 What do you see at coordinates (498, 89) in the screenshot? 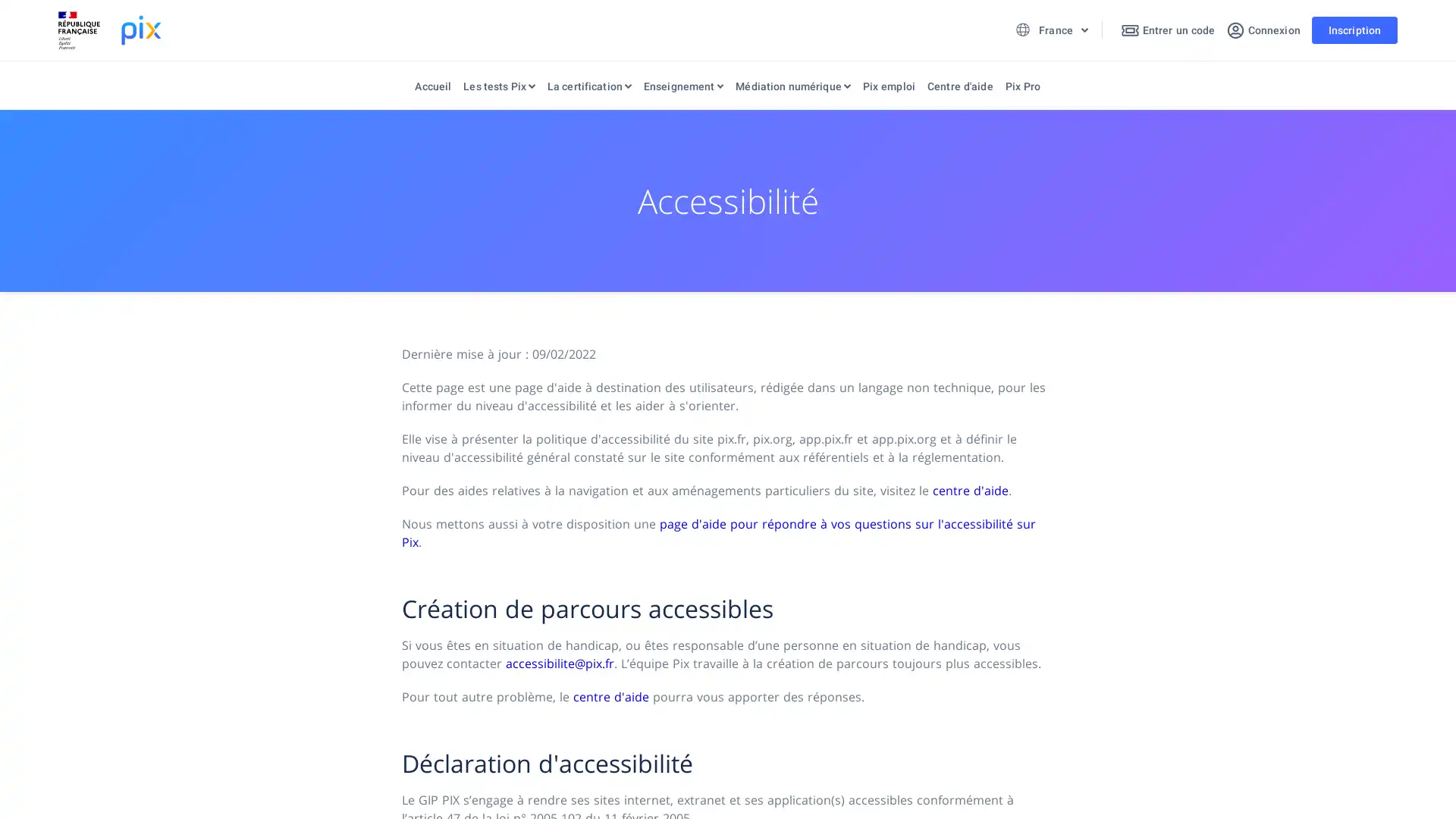
I see `Les tests Pix` at bounding box center [498, 89].